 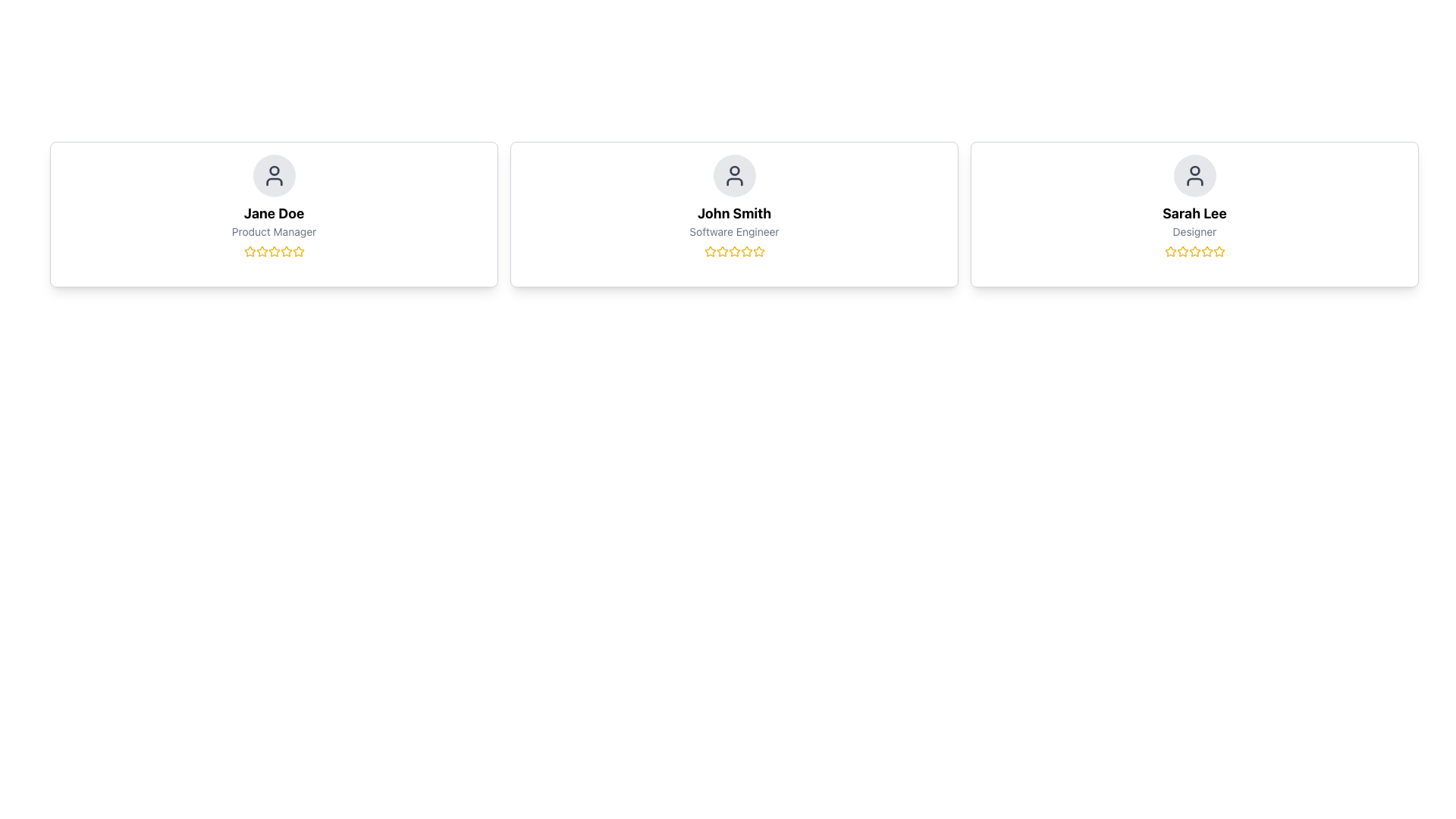 I want to click on the first star in the rating system associated with 'Sarah Lee' to interact with the rating, so click(x=1169, y=250).